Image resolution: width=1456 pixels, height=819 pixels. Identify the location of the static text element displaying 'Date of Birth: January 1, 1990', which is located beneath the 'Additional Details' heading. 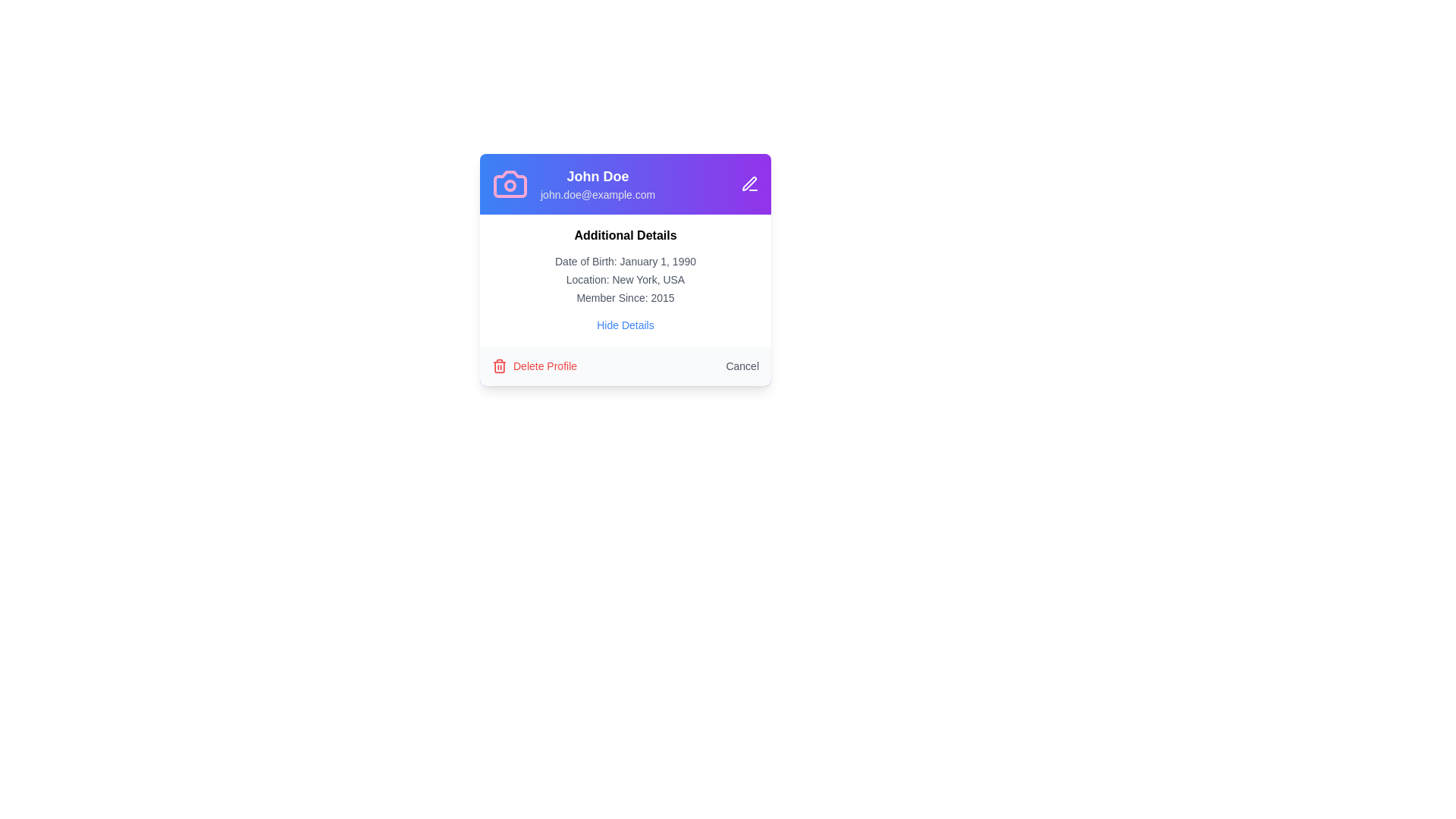
(626, 260).